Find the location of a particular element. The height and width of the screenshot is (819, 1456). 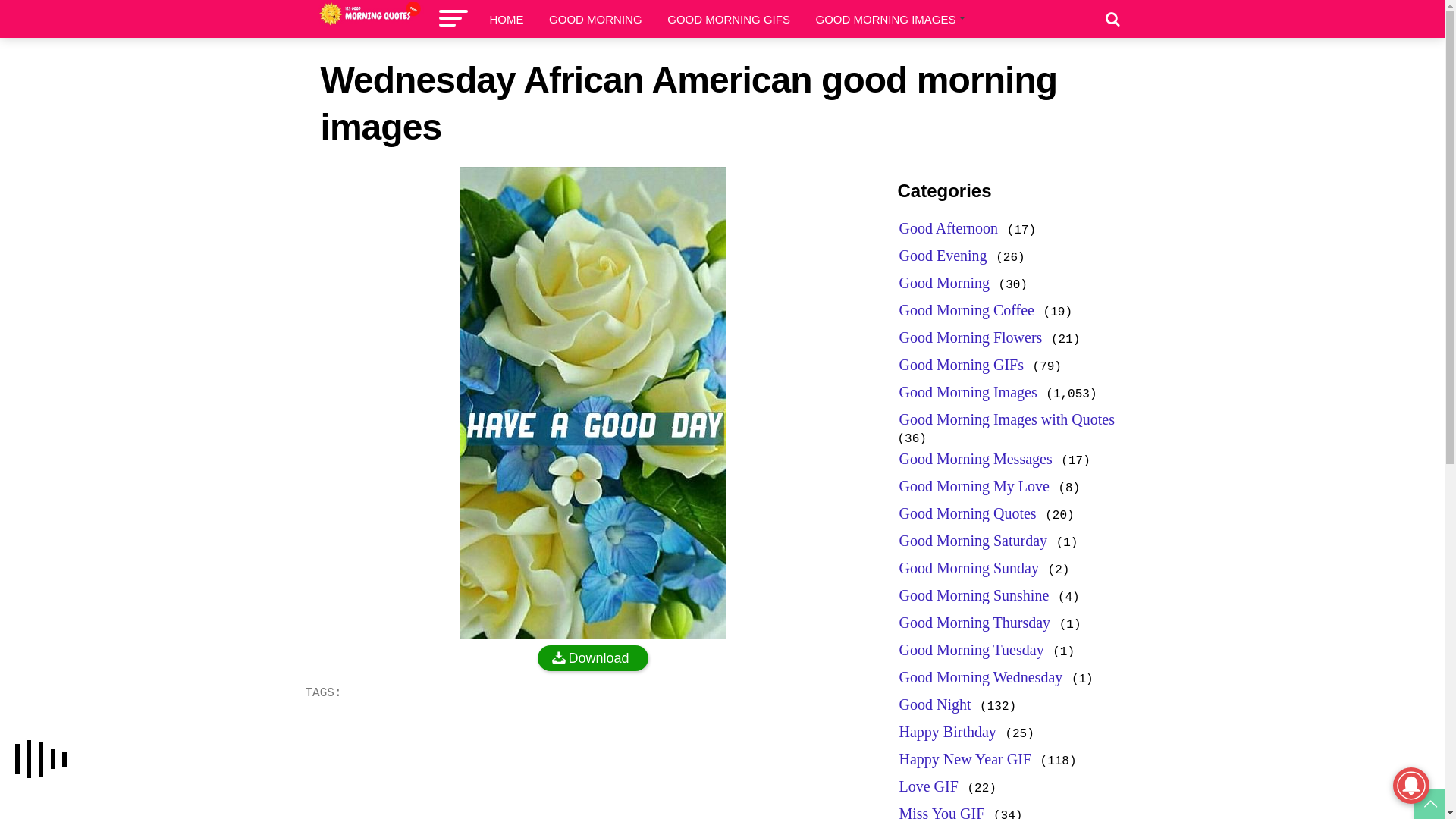

'Good Night' is located at coordinates (934, 704).